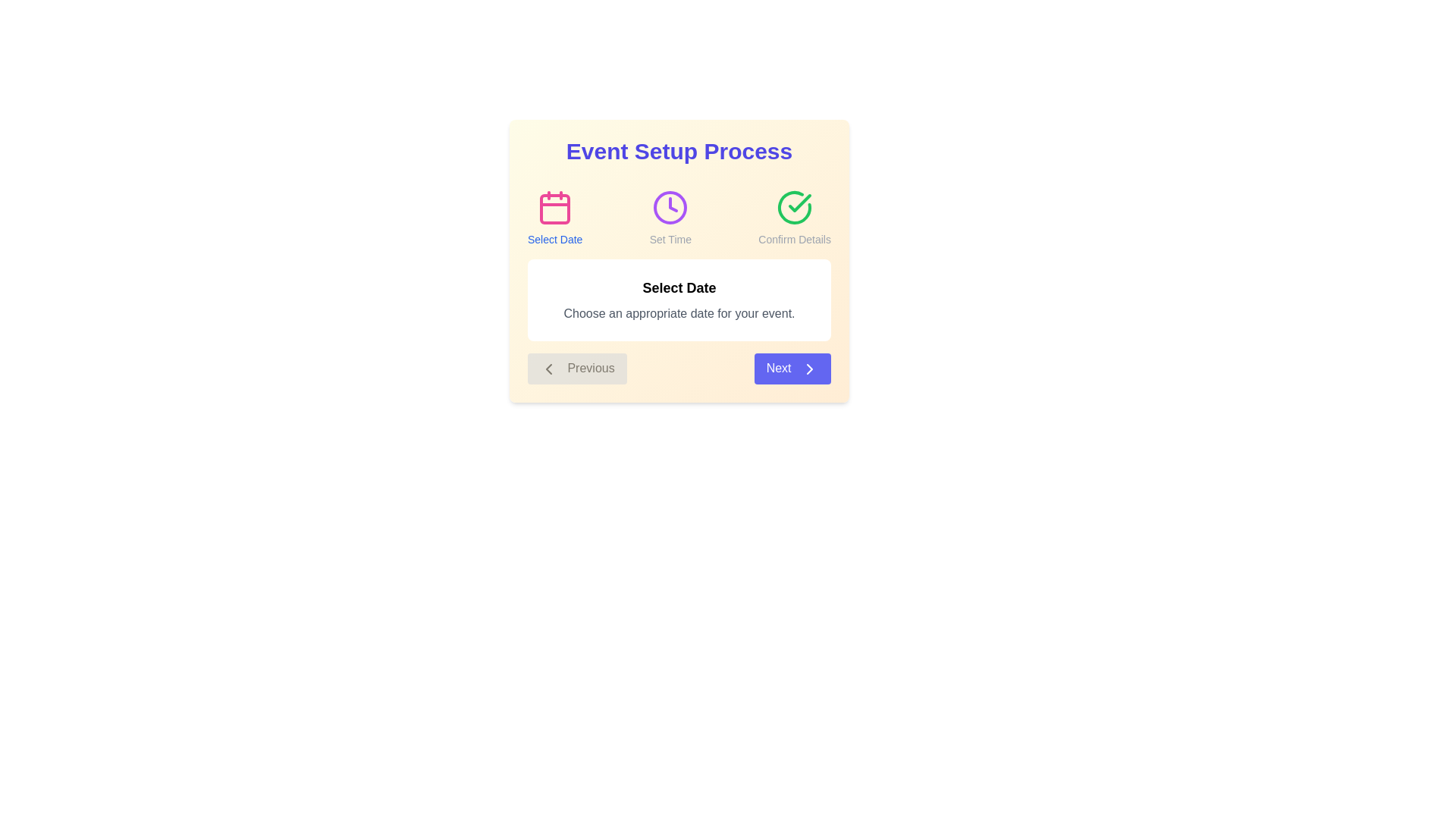  Describe the element at coordinates (794, 218) in the screenshot. I see `the step indicator for Confirm Details to view its description` at that location.